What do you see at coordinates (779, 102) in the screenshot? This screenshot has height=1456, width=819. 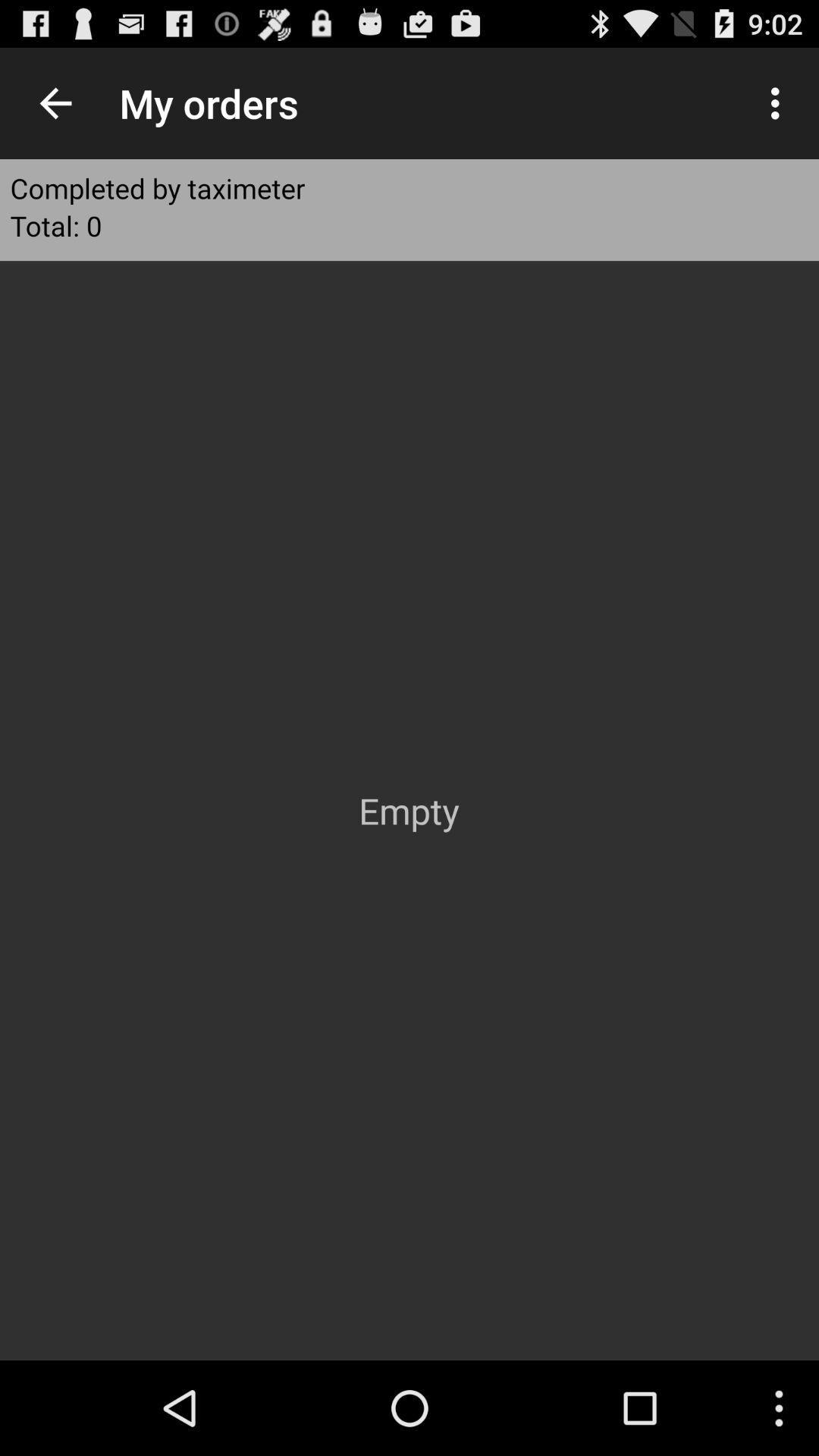 I see `icon to the right of my orders` at bounding box center [779, 102].